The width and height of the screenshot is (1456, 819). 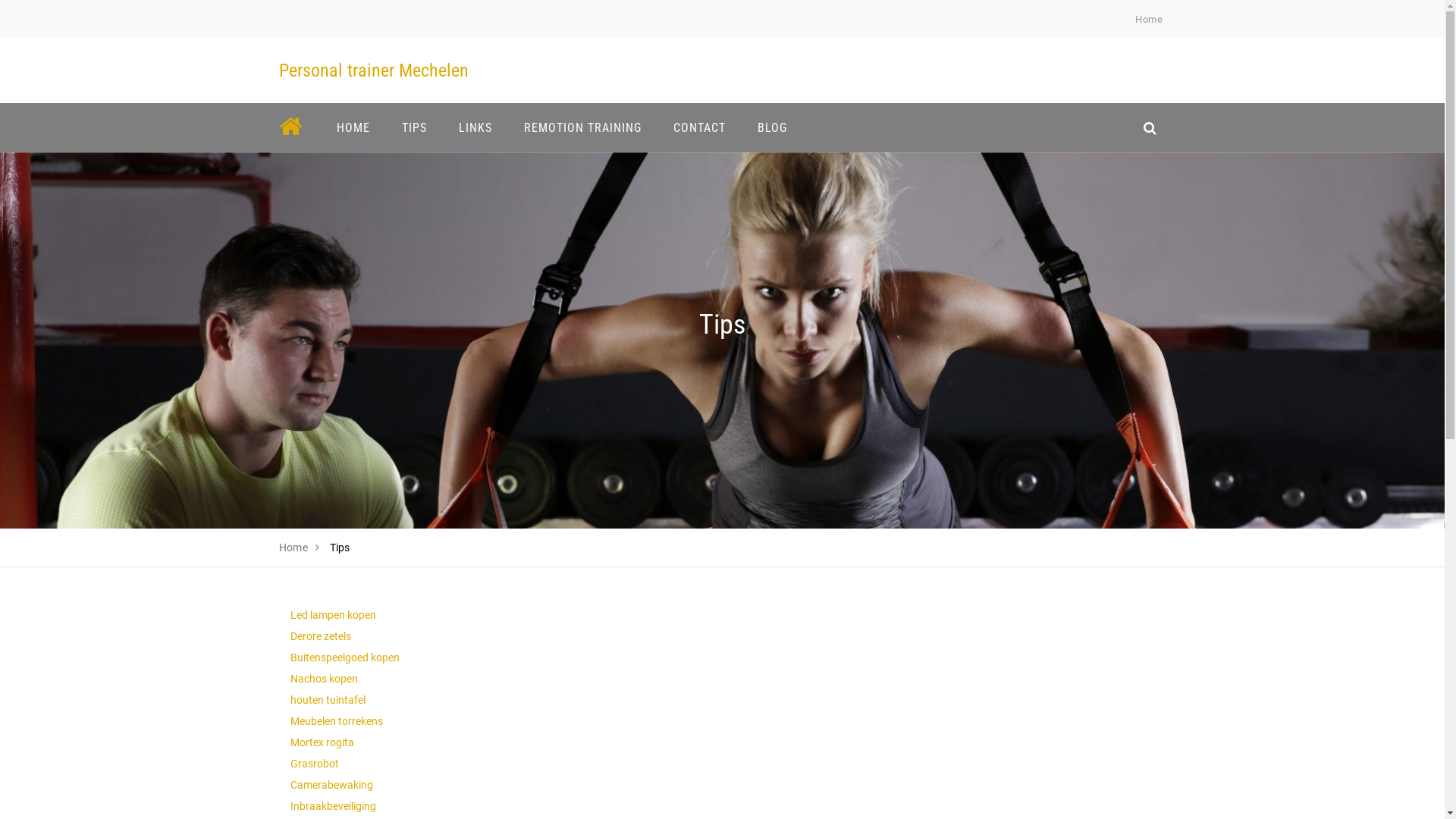 What do you see at coordinates (334, 720) in the screenshot?
I see `'Meubelen torrekens'` at bounding box center [334, 720].